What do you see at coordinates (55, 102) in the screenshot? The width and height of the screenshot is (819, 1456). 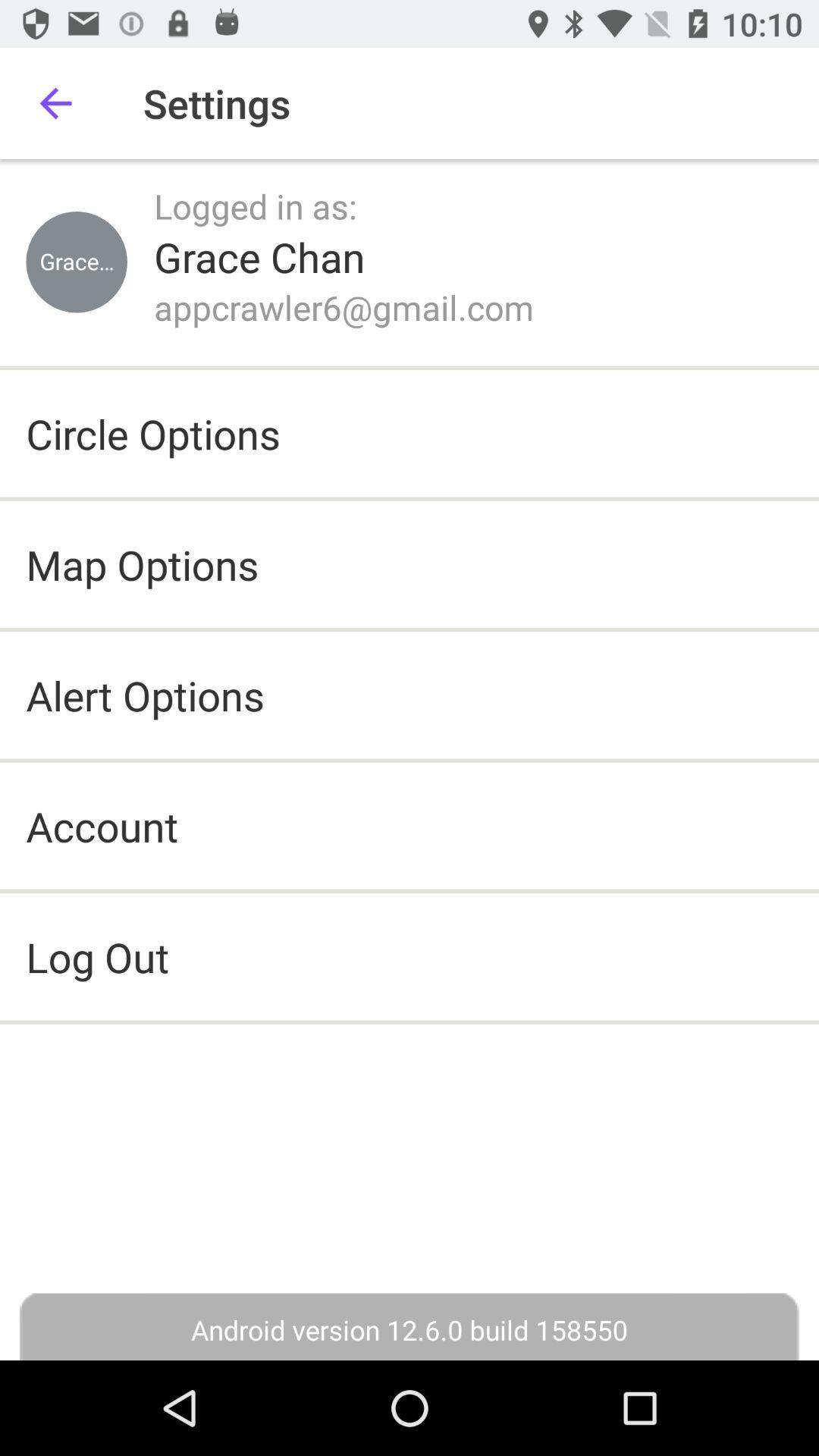 I see `the icon next to the settings item` at bounding box center [55, 102].